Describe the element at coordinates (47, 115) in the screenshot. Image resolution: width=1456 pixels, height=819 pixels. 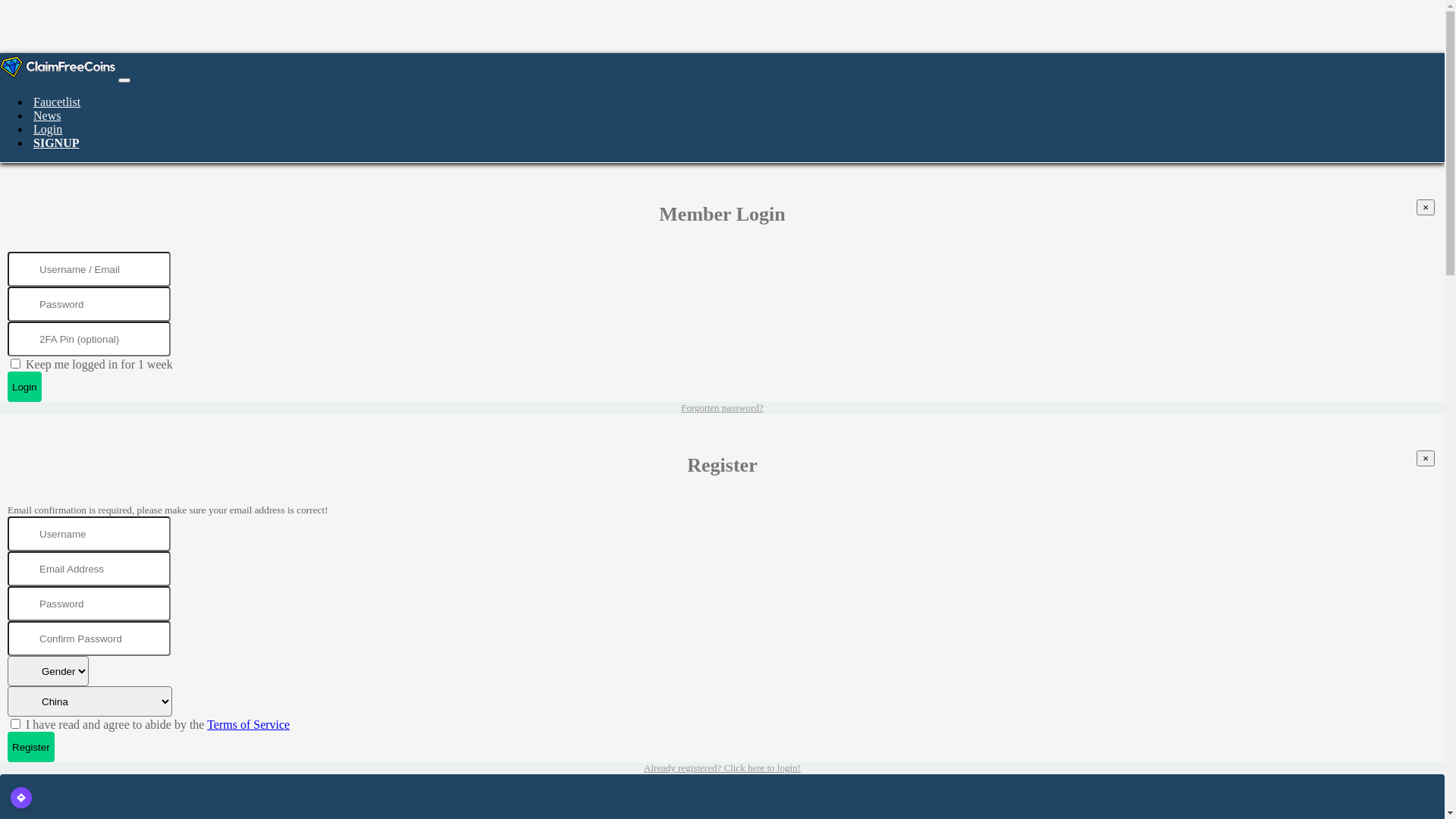
I see `'News'` at that location.